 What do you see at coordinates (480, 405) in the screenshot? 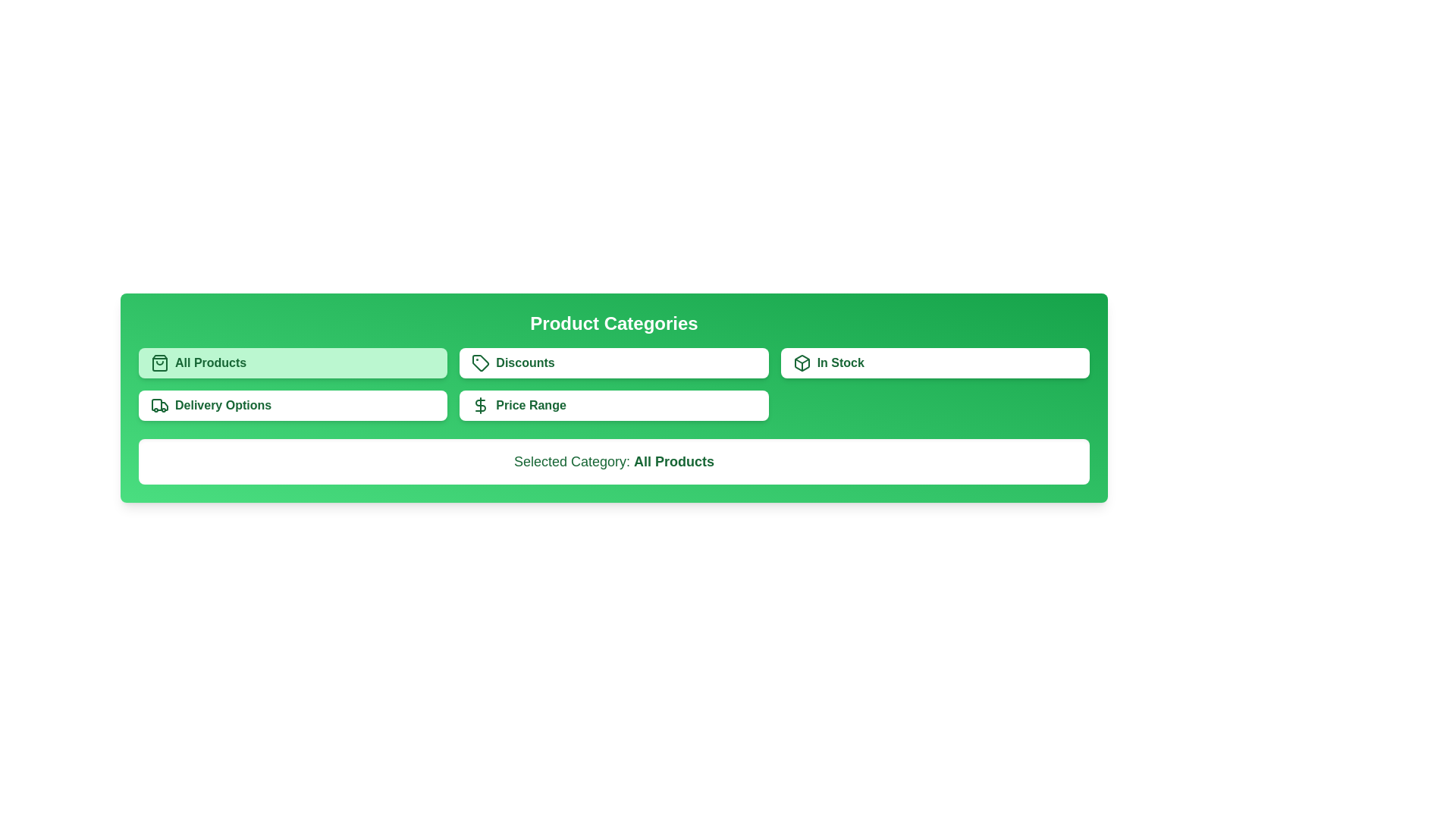
I see `the pricing icon that visually represents budget-related functionality, located to the left of the 'Price Range' button text in the green toolbar` at bounding box center [480, 405].